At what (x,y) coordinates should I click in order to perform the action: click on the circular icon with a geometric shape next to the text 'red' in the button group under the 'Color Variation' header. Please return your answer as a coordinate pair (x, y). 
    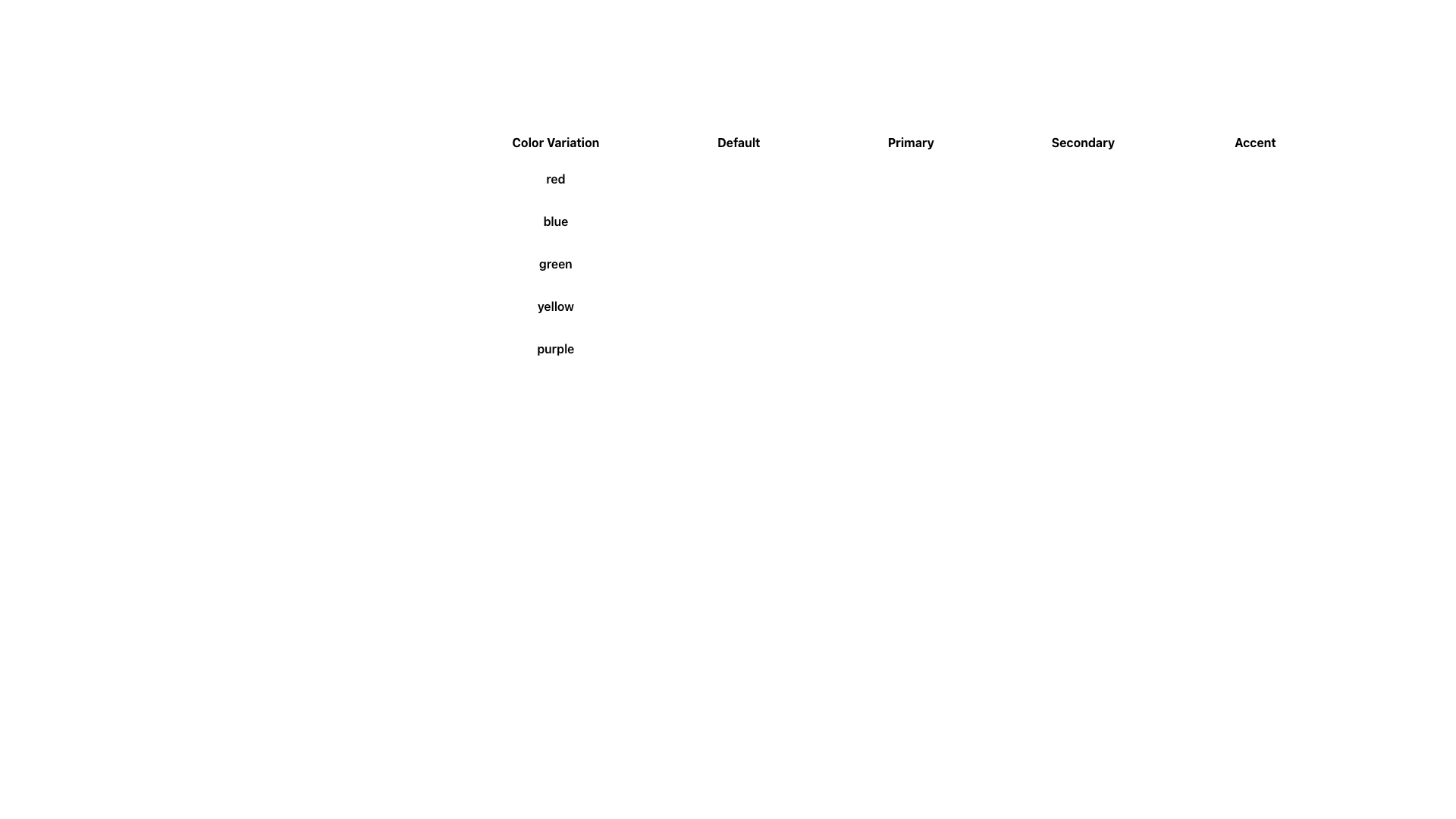
    Looking at the image, I should click on (703, 177).